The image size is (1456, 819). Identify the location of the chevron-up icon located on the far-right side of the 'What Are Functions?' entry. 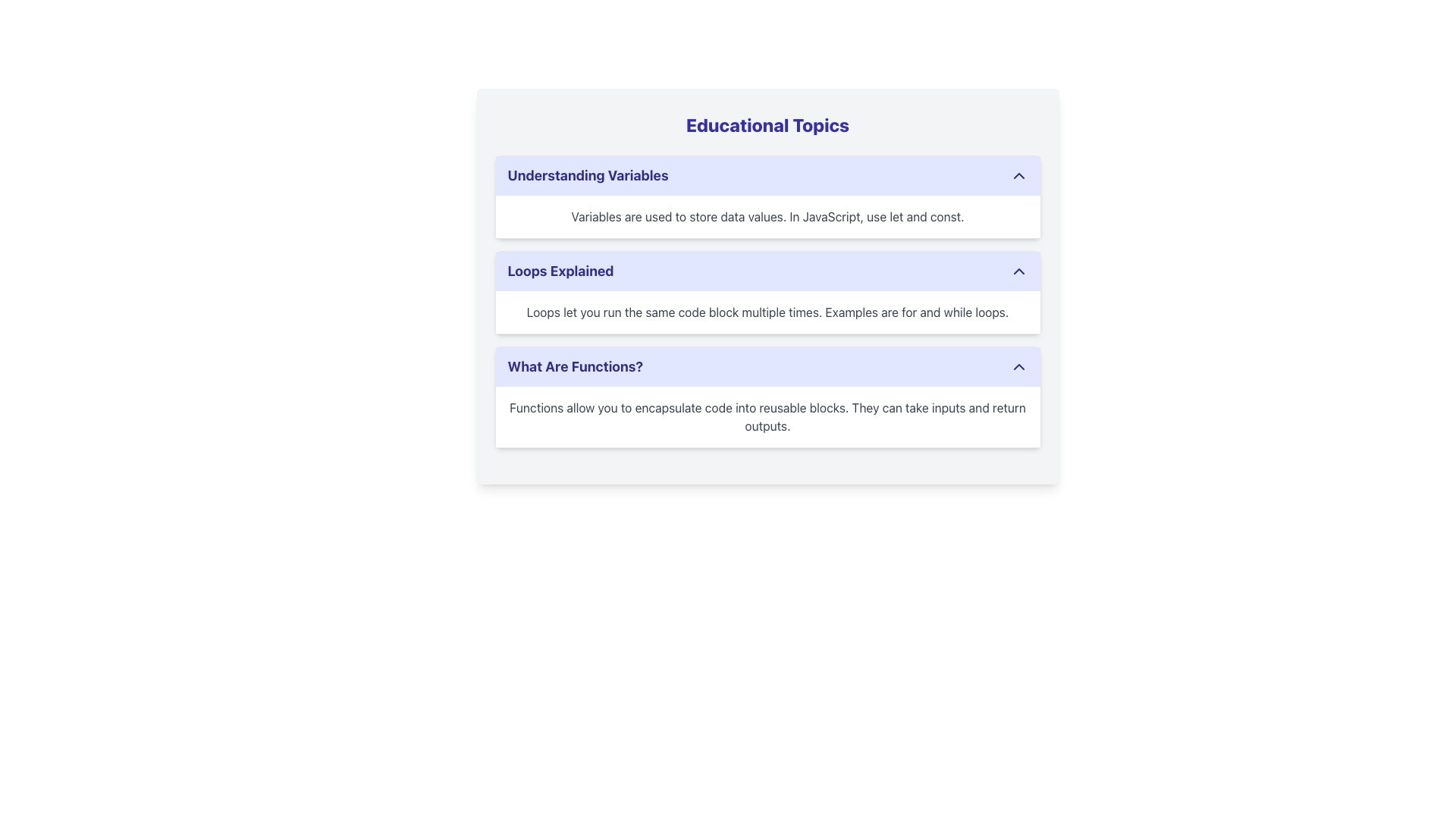
(1018, 366).